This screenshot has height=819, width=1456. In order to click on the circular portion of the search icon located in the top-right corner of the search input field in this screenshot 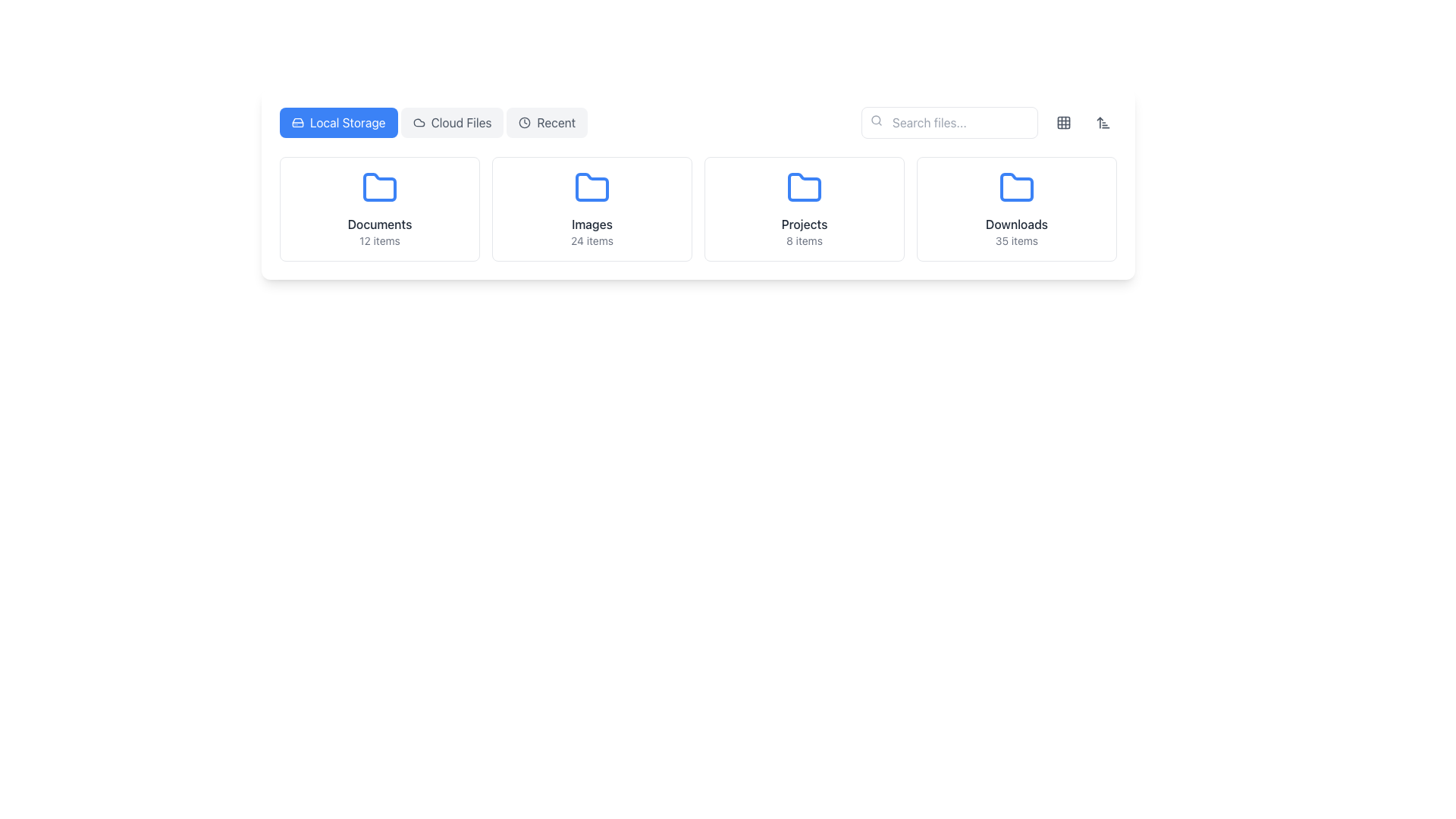, I will do `click(876, 119)`.